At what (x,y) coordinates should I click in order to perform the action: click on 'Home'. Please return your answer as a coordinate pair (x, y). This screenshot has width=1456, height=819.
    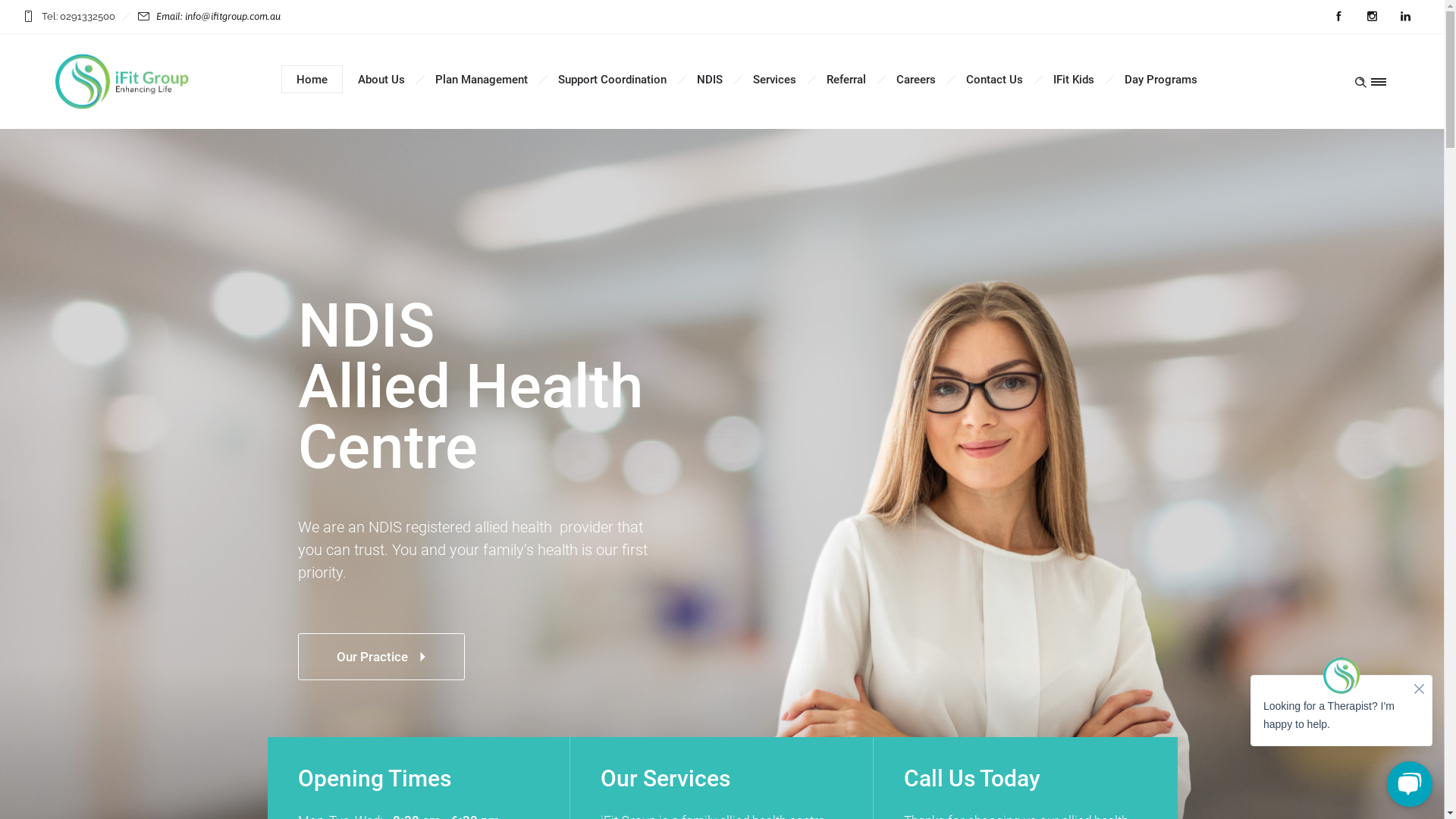
    Looking at the image, I should click on (281, 79).